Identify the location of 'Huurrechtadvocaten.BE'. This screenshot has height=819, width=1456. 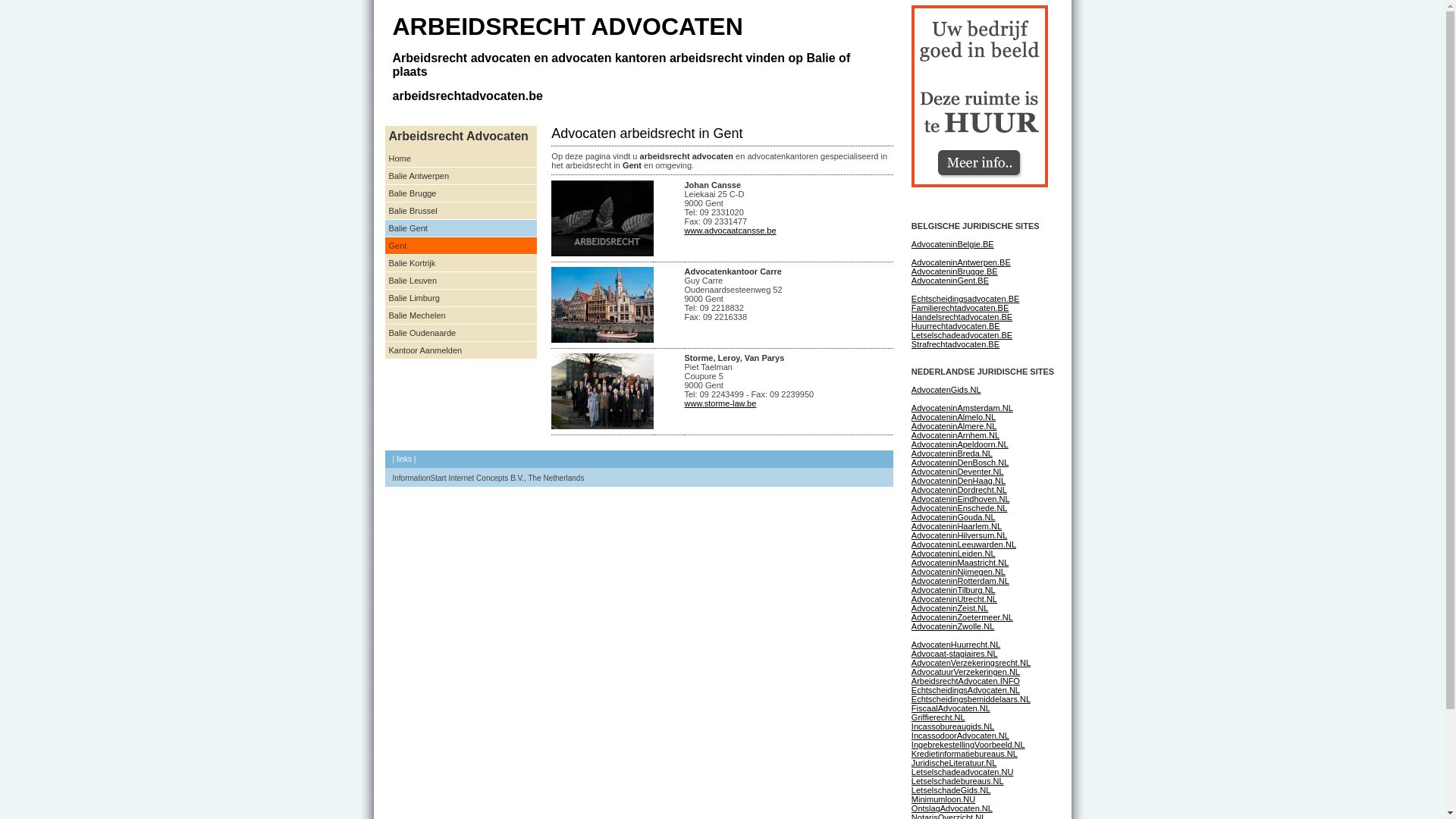
(910, 325).